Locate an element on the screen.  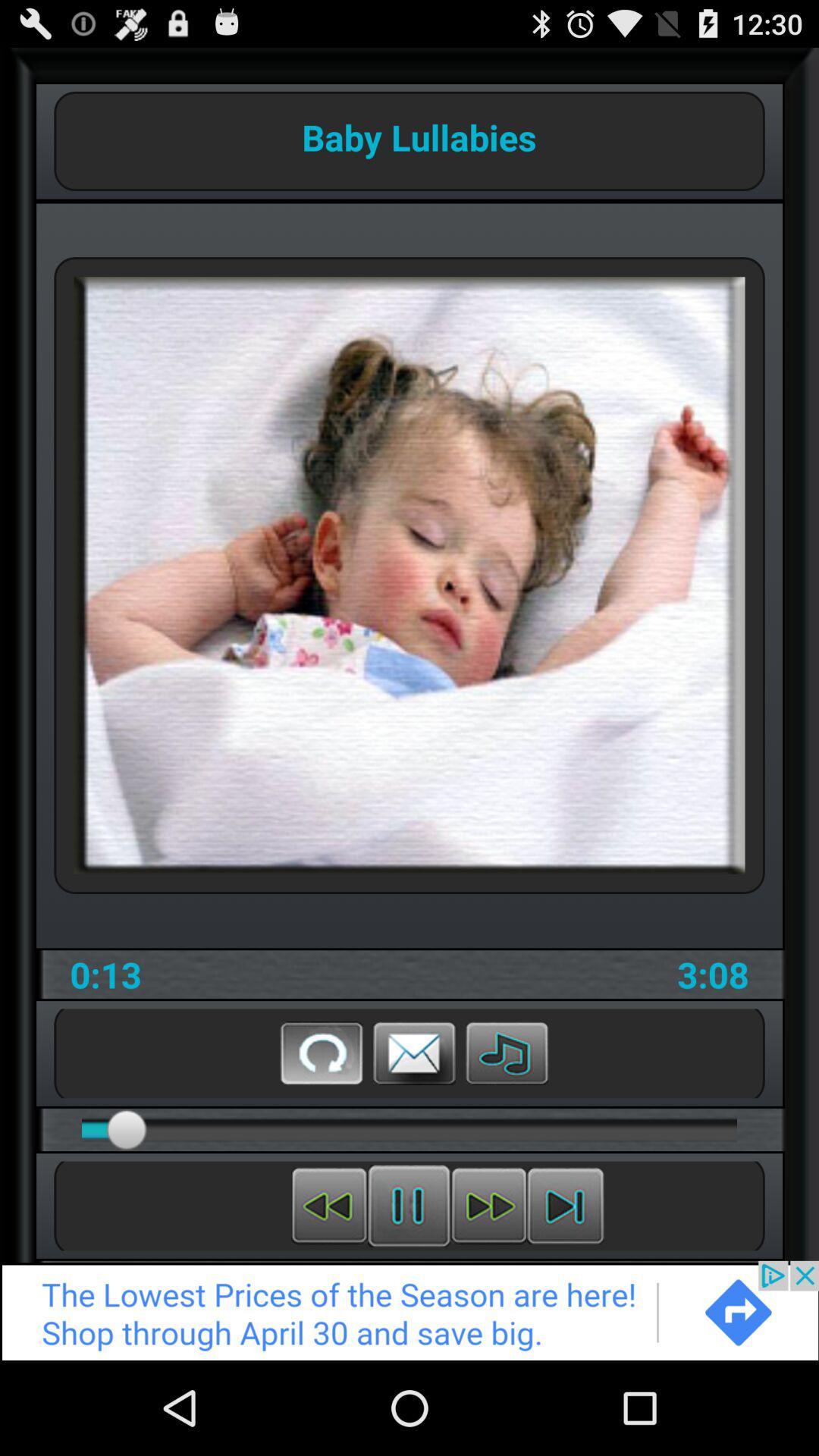
e mail option is located at coordinates (414, 1052).